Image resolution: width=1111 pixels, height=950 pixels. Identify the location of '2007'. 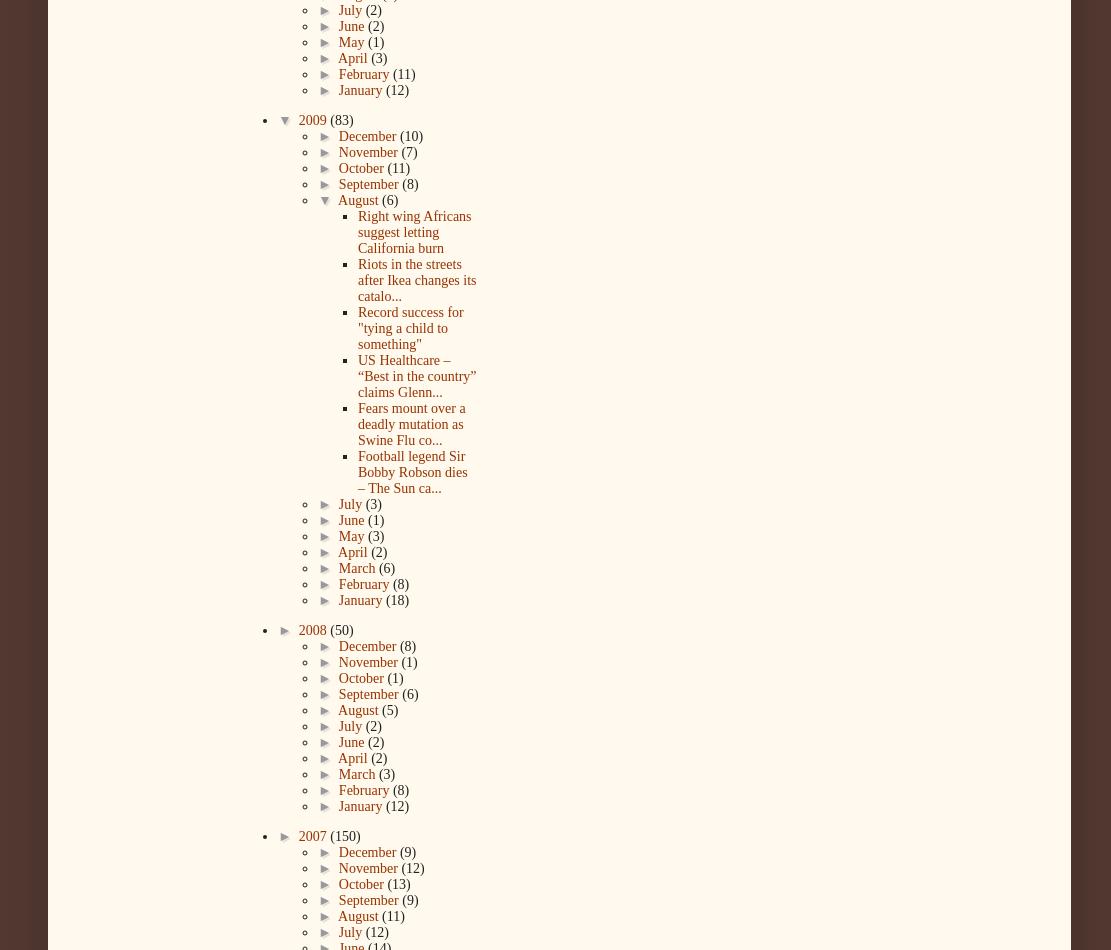
(297, 835).